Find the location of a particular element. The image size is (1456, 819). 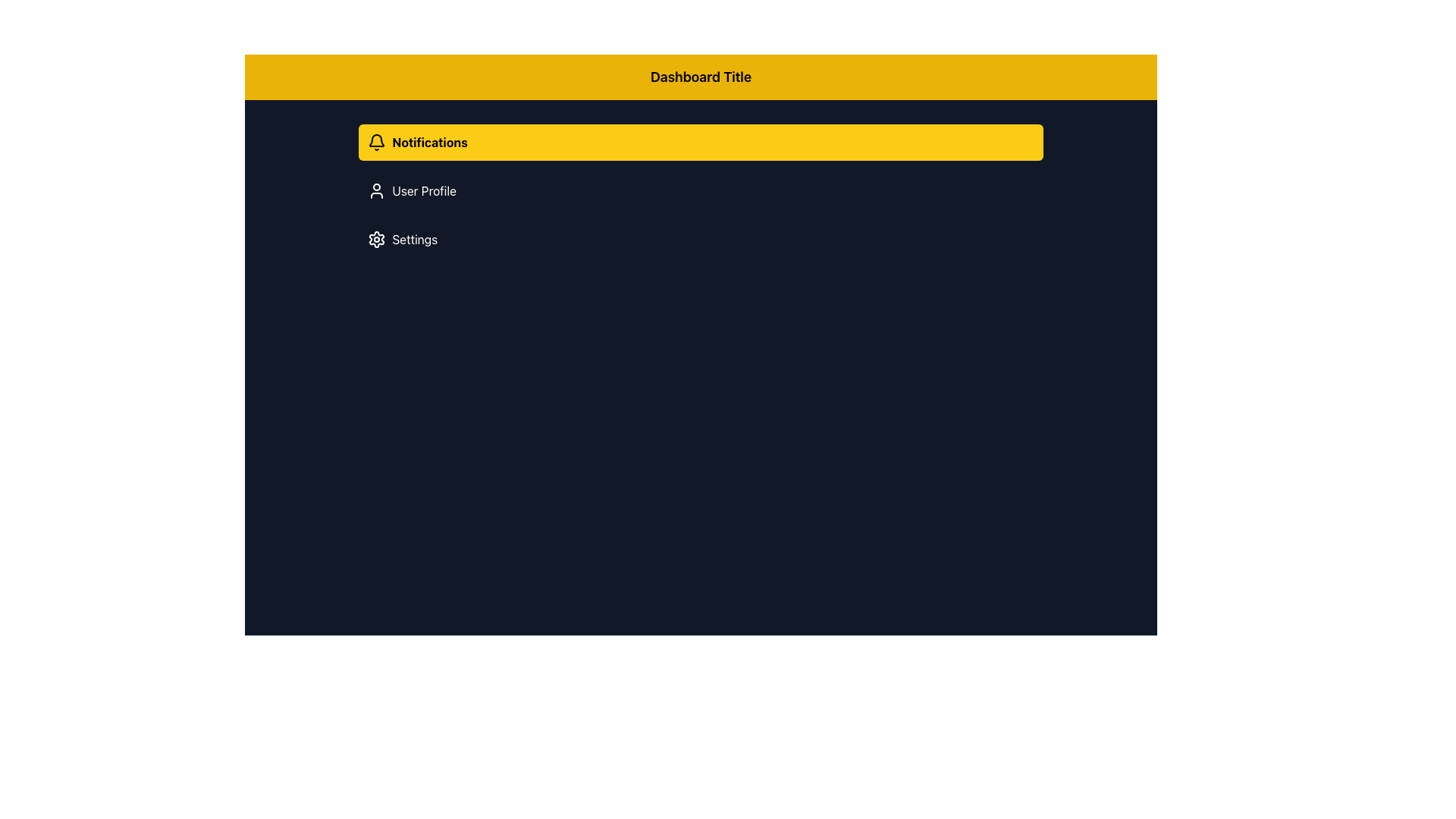

the Text Label that serves as a title for the dashboard, located centrally within the large yellow banner is located at coordinates (700, 77).